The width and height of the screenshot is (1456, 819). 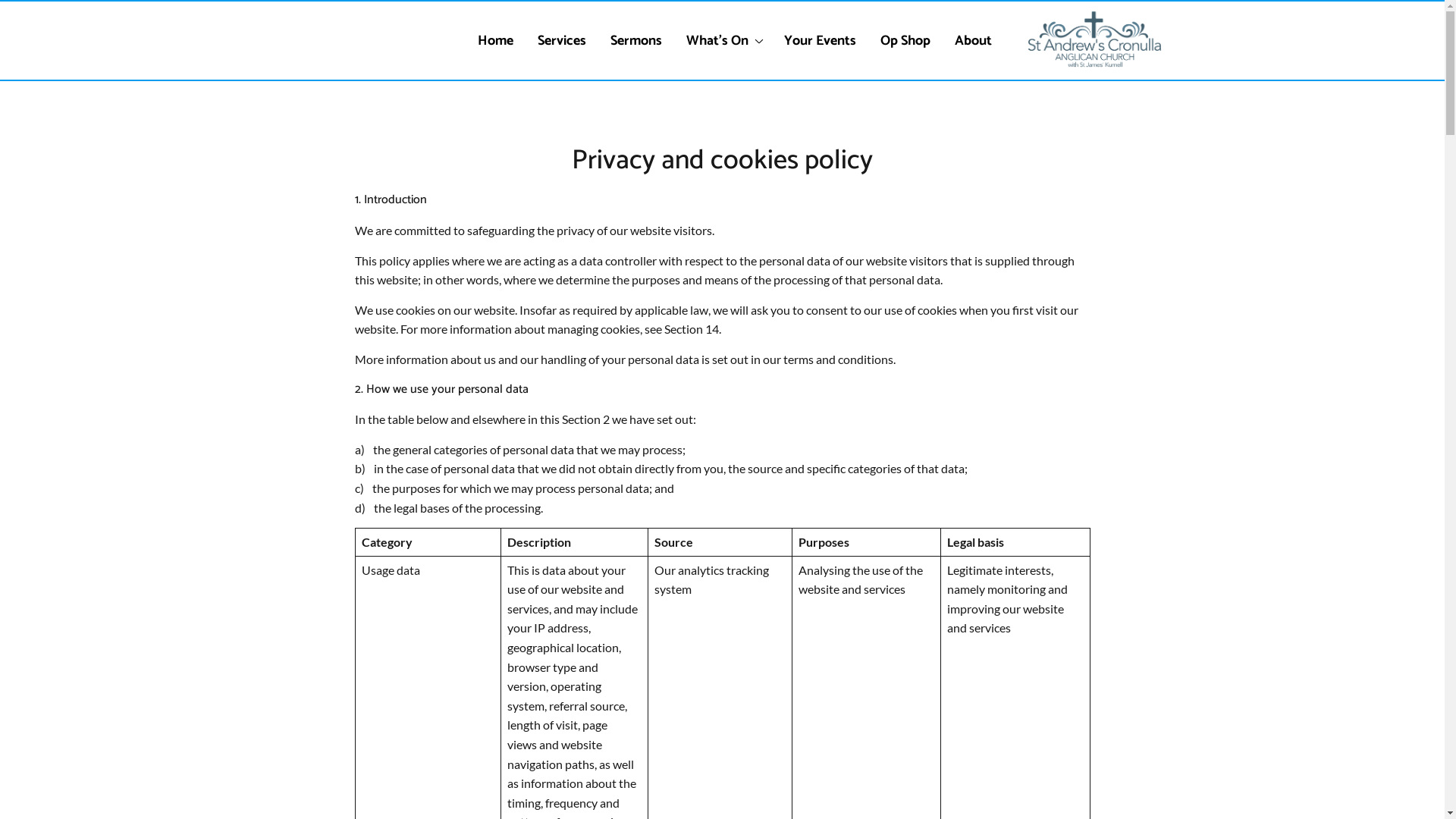 I want to click on 'Services', so click(x=560, y=40).